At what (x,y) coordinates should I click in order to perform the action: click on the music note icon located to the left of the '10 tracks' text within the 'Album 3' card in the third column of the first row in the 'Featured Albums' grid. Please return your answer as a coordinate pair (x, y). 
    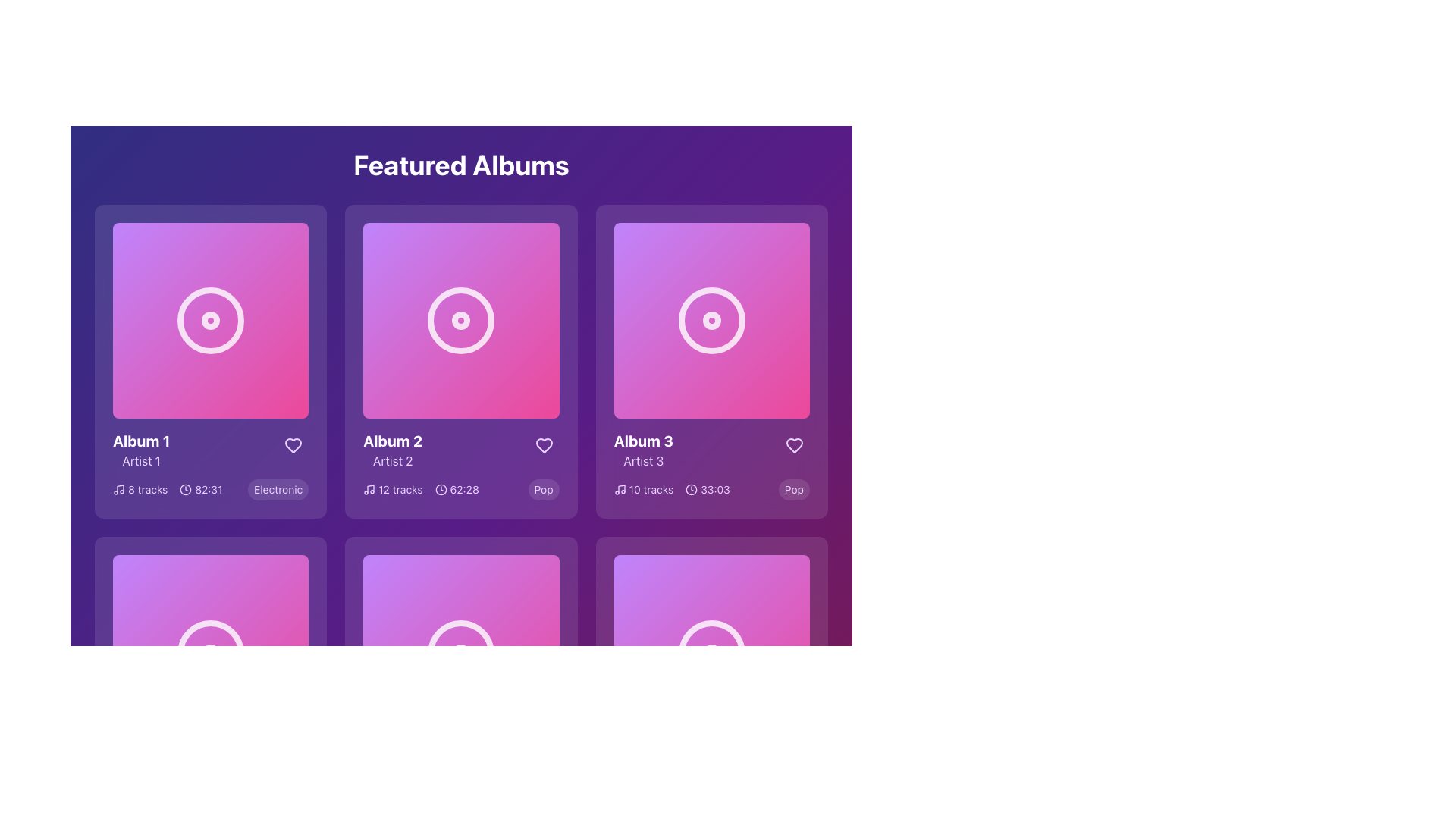
    Looking at the image, I should click on (620, 490).